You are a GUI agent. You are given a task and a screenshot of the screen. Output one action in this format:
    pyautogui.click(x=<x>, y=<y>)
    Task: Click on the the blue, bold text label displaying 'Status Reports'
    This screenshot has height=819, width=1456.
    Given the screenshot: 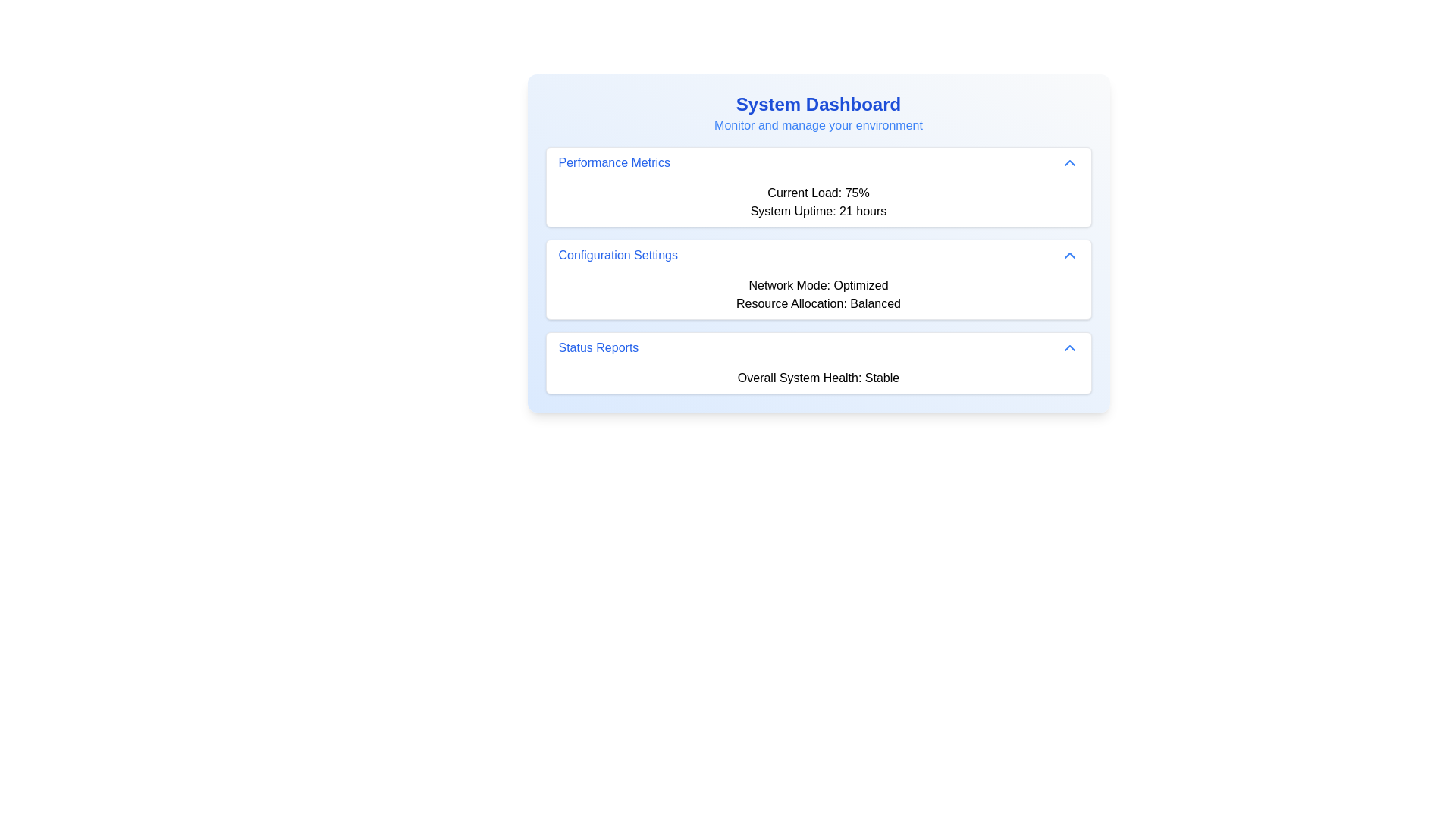 What is the action you would take?
    pyautogui.click(x=598, y=348)
    